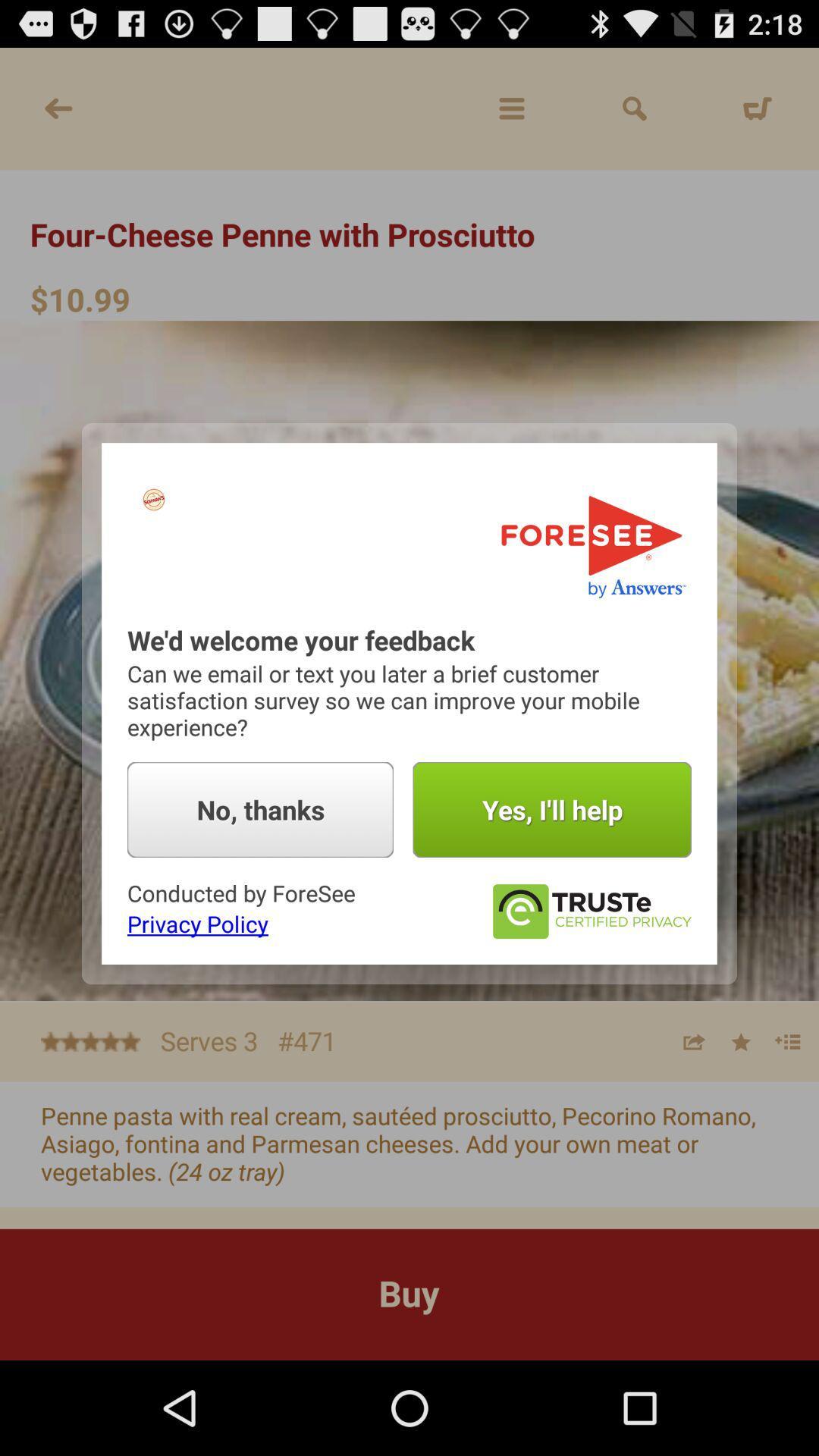 This screenshot has width=819, height=1456. Describe the element at coordinates (590, 911) in the screenshot. I see `app to the right of the conducted by foresee` at that location.